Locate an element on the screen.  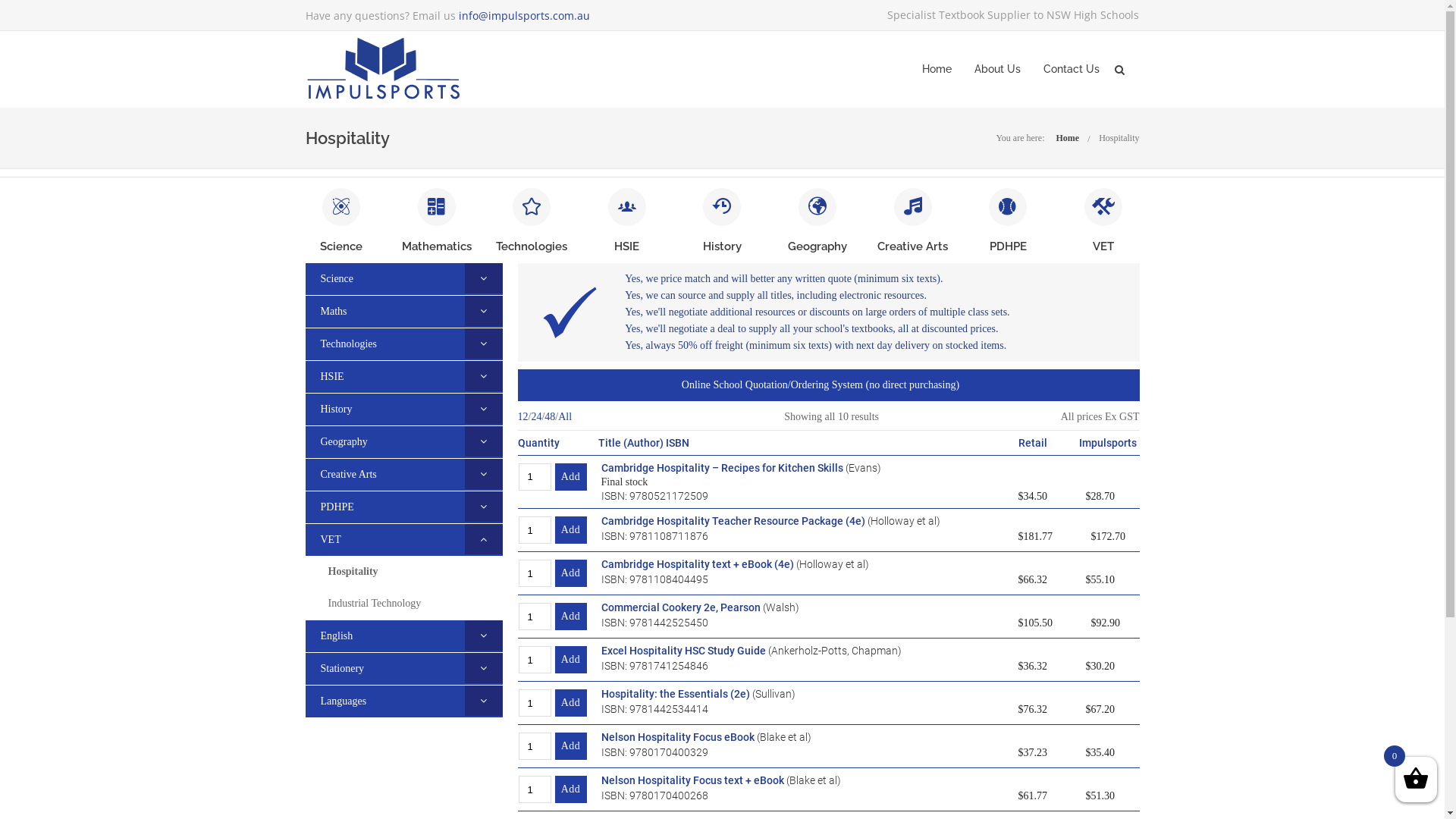
'Hospitality' is located at coordinates (352, 571).